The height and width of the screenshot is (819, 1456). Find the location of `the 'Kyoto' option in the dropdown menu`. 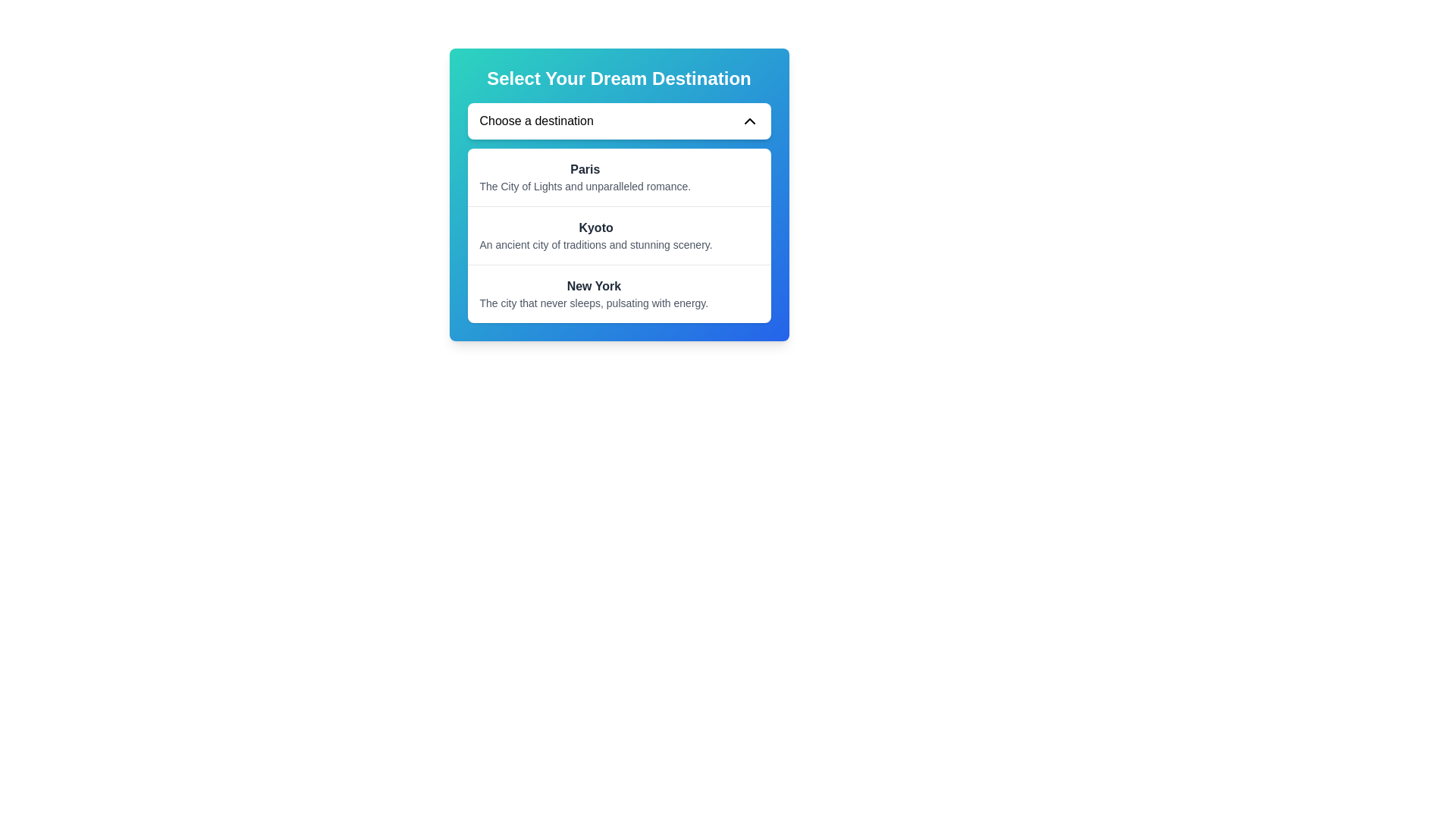

the 'Kyoto' option in the dropdown menu is located at coordinates (595, 236).